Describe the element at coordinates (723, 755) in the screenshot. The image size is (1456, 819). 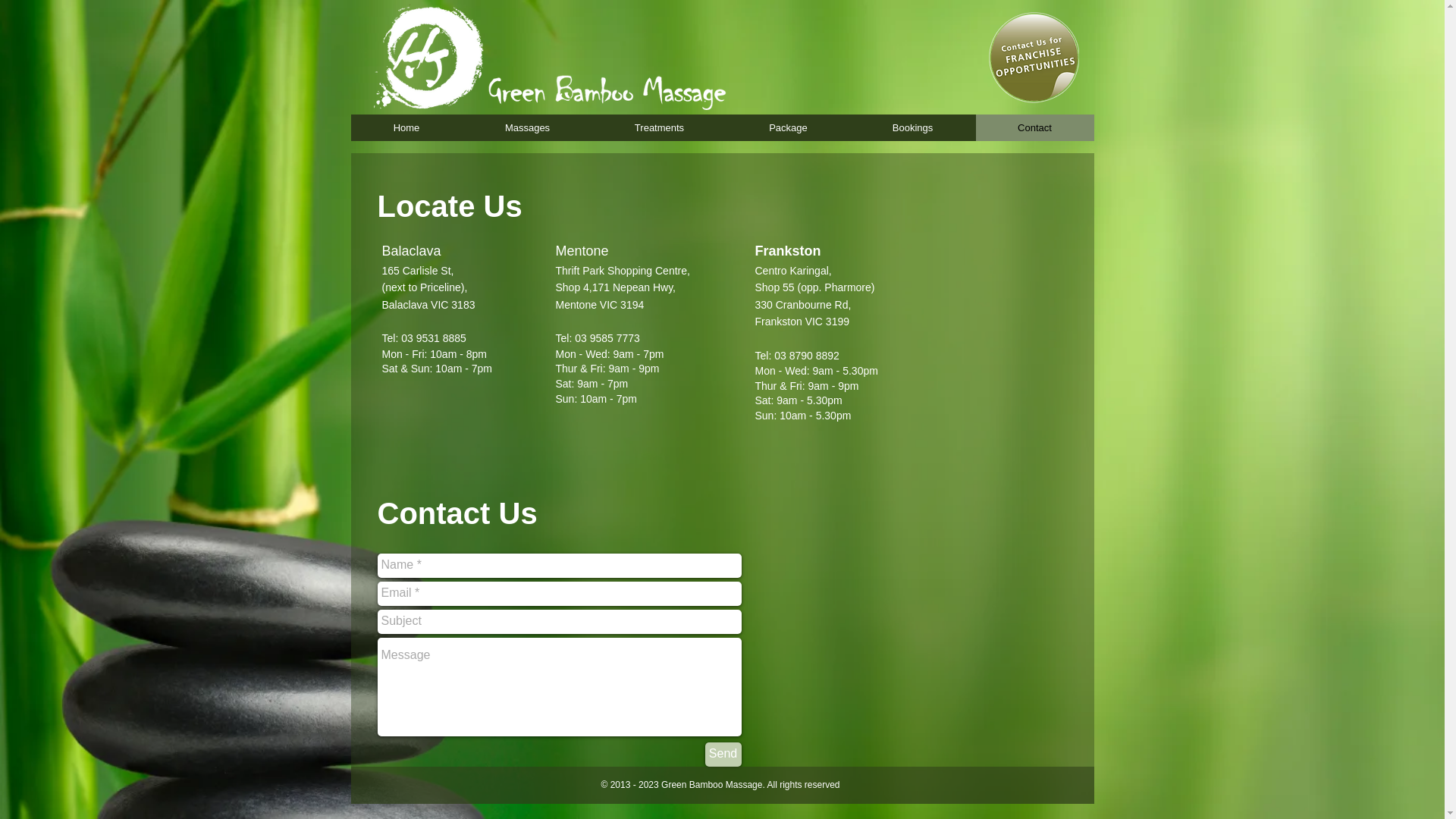
I see `'Send'` at that location.